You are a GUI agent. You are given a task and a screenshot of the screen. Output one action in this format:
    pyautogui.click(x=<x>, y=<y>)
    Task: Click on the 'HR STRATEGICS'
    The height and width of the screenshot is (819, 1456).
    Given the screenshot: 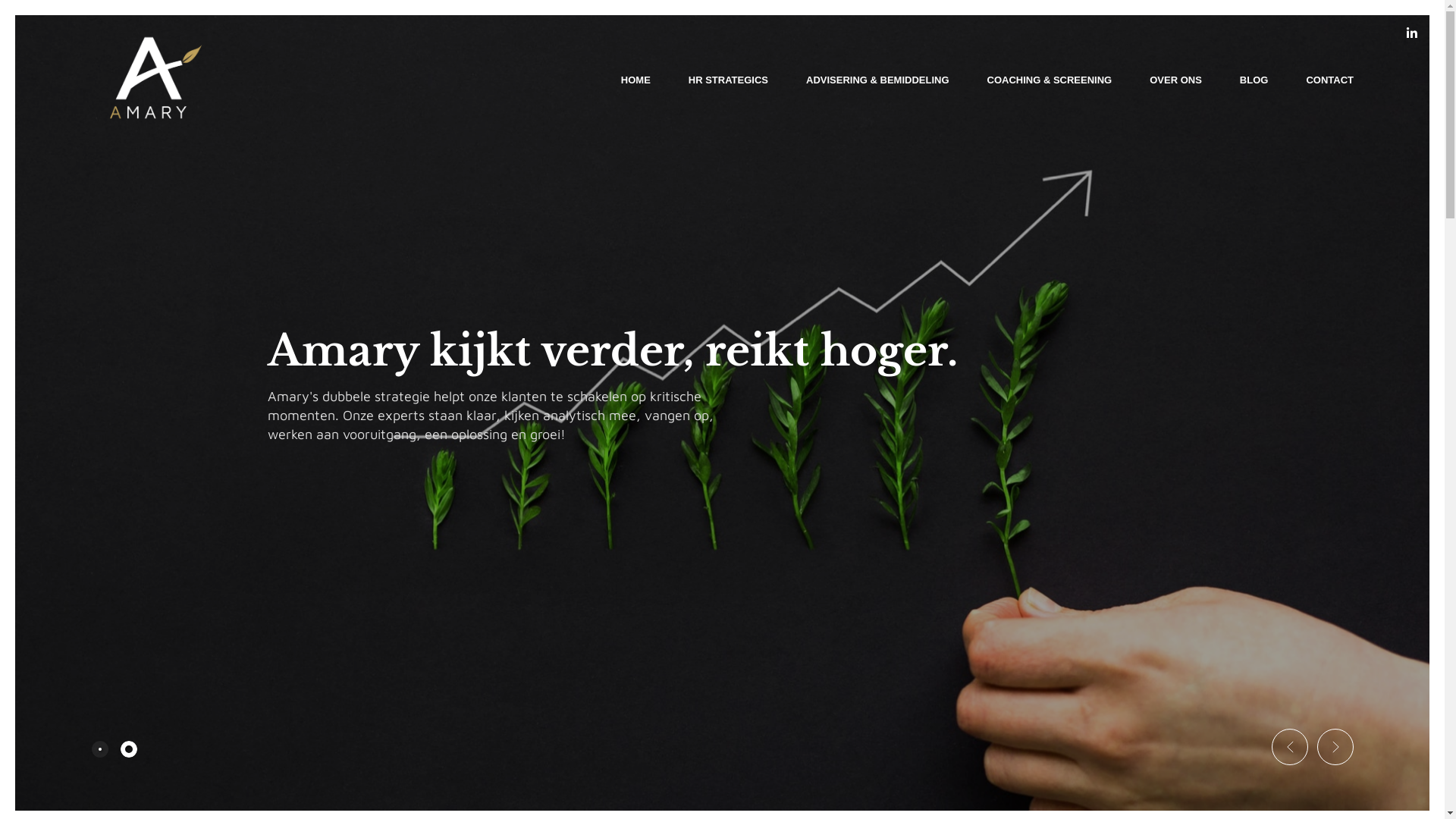 What is the action you would take?
    pyautogui.click(x=728, y=80)
    